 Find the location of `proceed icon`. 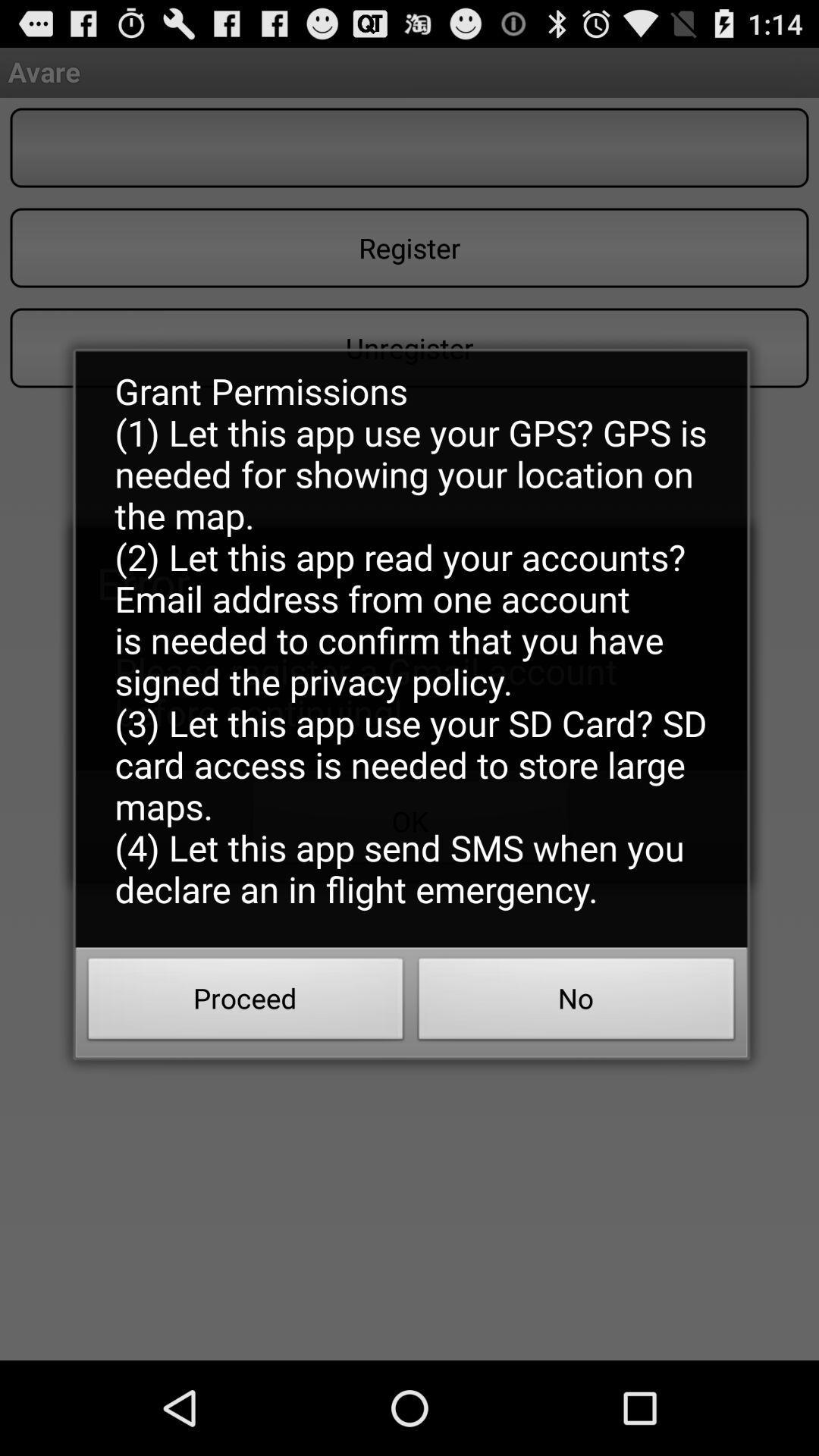

proceed icon is located at coordinates (245, 1003).